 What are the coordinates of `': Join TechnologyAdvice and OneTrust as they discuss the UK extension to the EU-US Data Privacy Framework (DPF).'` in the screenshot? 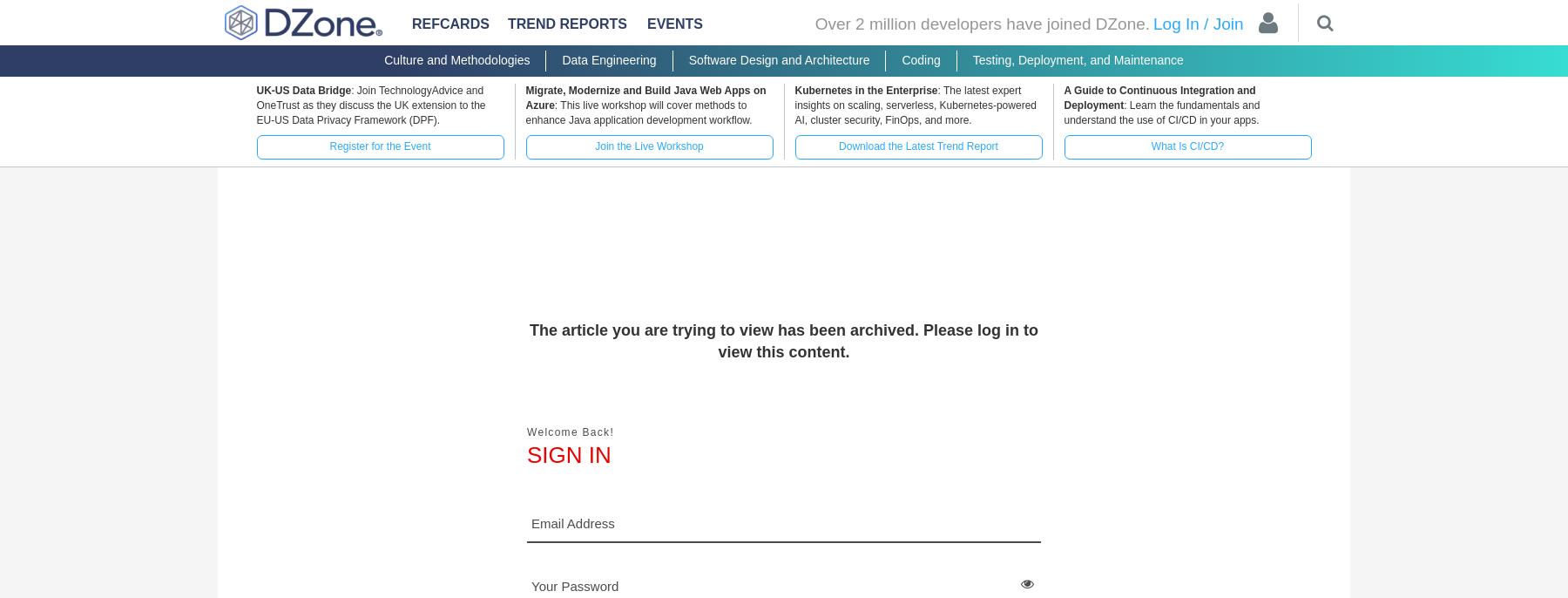 It's located at (370, 105).